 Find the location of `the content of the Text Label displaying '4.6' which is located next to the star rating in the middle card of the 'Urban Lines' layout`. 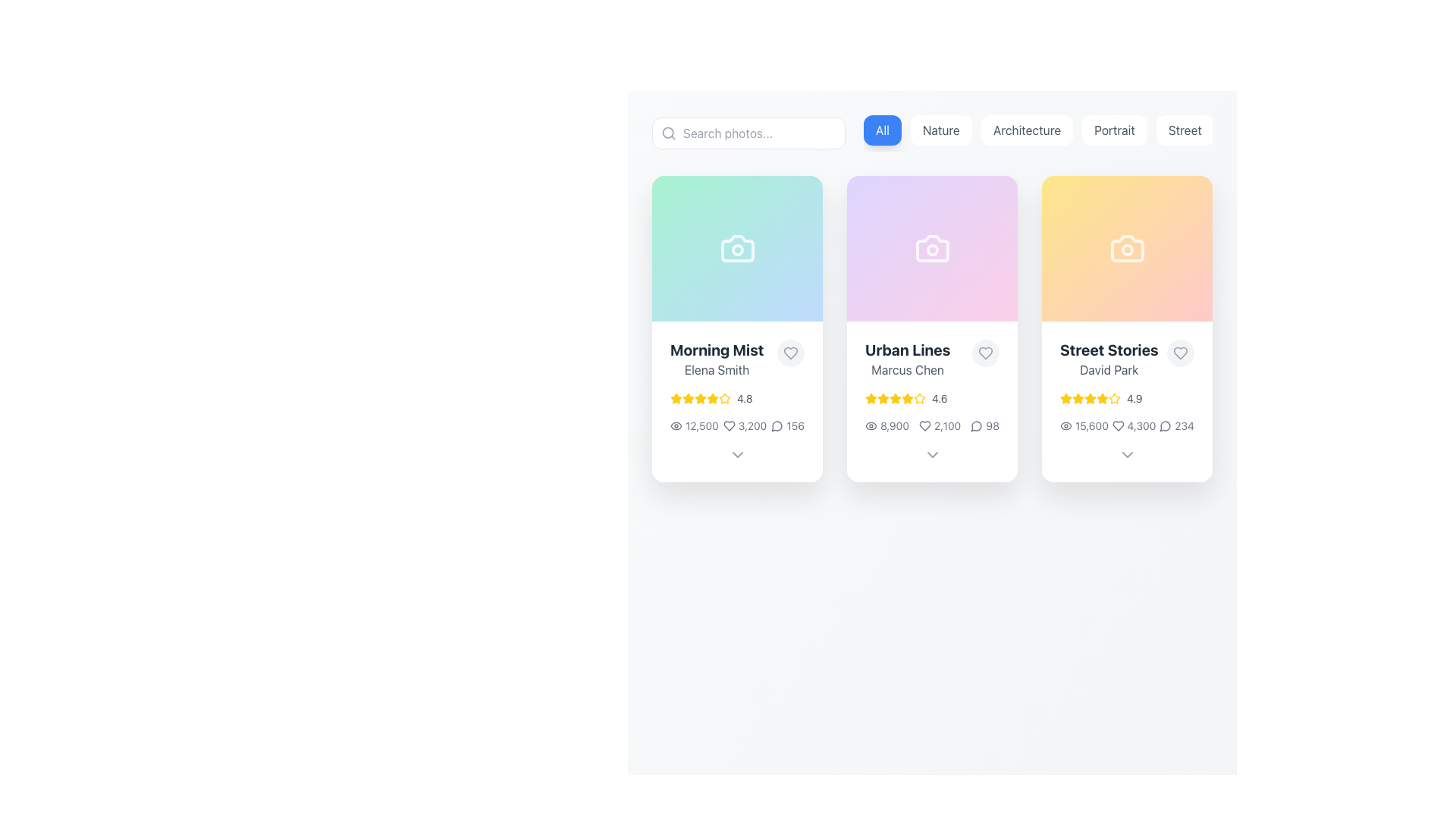

the content of the Text Label displaying '4.6' which is located next to the star rating in the middle card of the 'Urban Lines' layout is located at coordinates (939, 397).